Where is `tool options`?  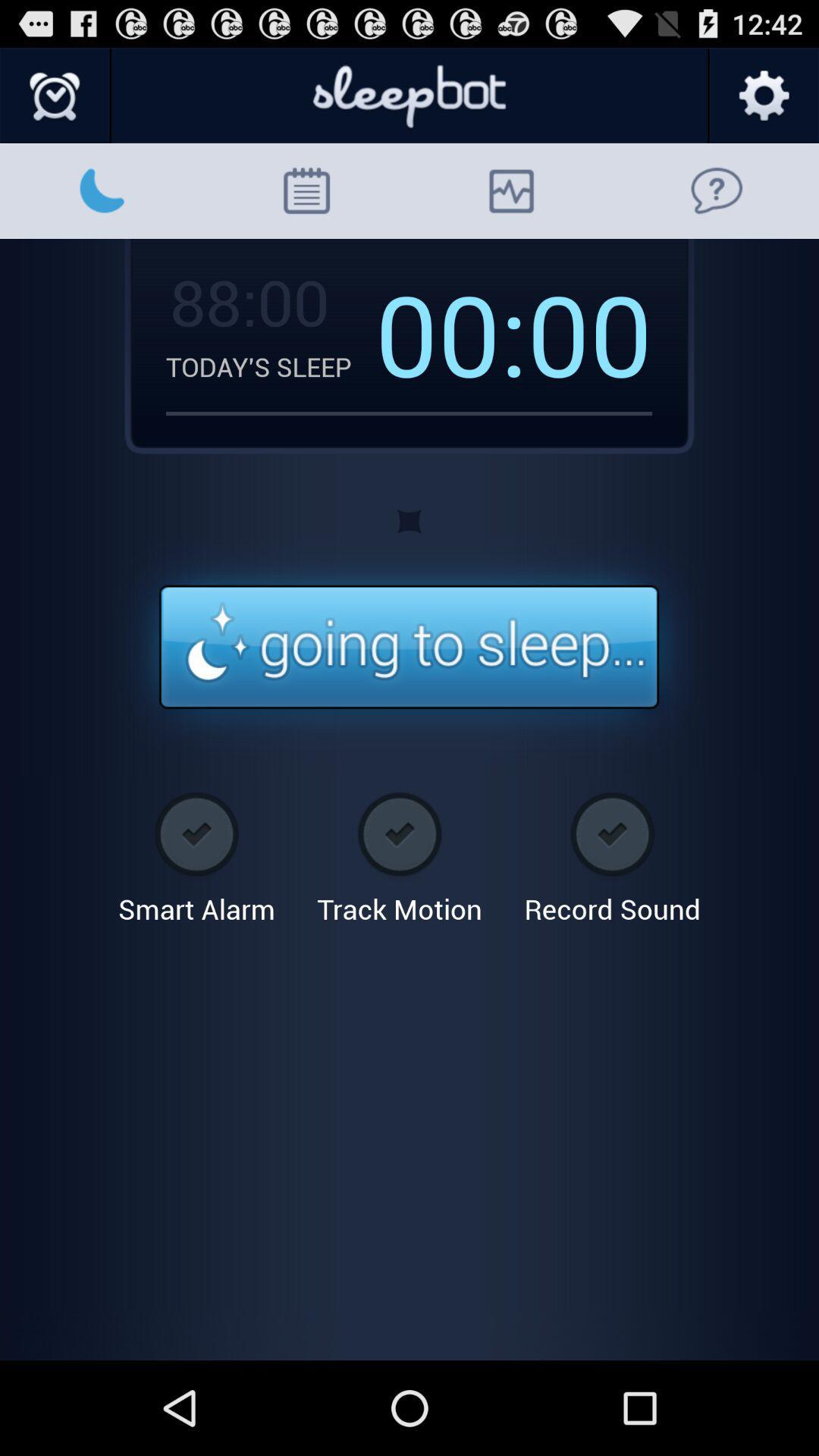
tool options is located at coordinates (763, 96).